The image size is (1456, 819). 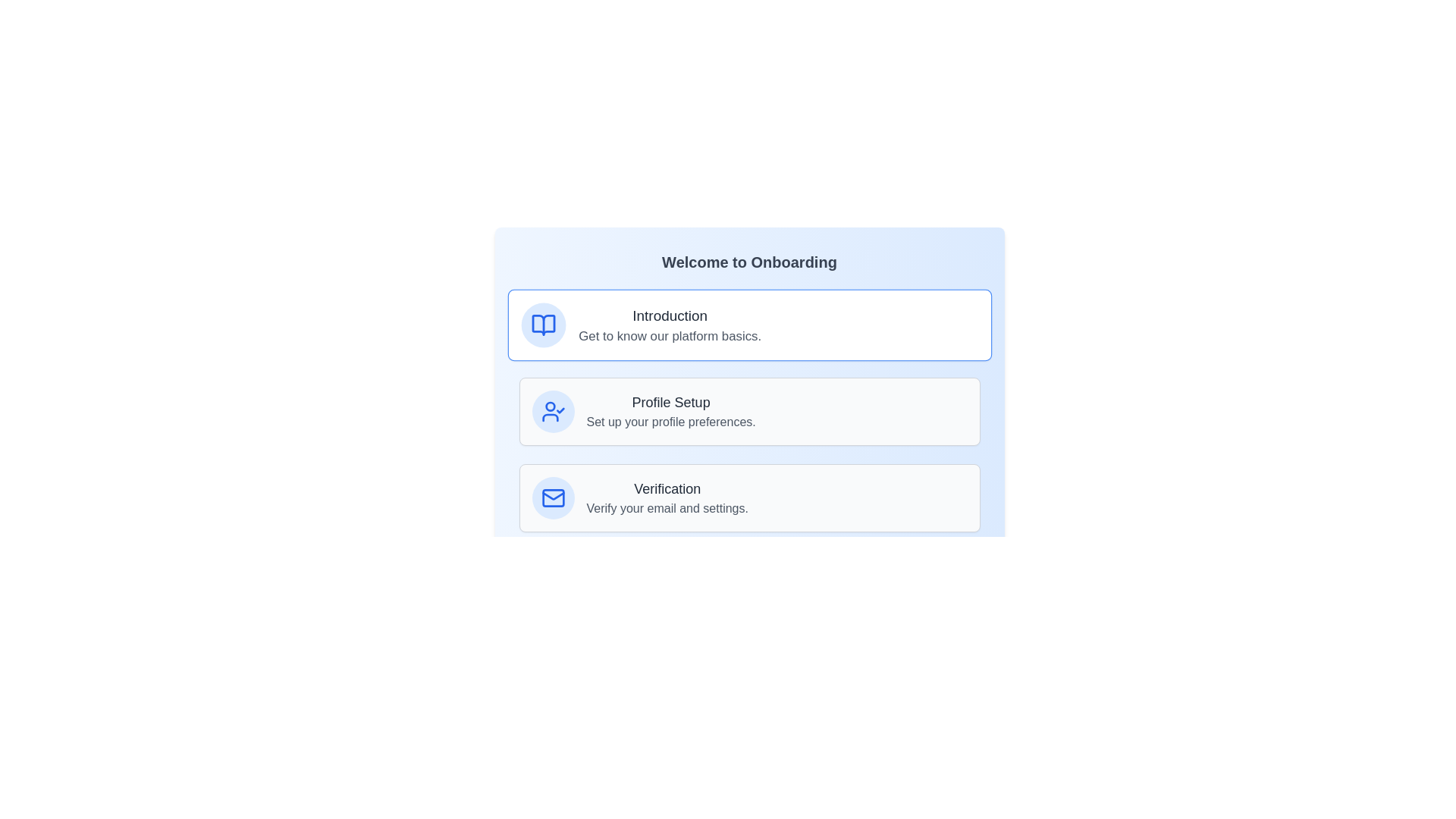 I want to click on subtext description that says 'Get to know our platform basics.' located below the heading 'Introduction' in the onboarding card, so click(x=669, y=335).